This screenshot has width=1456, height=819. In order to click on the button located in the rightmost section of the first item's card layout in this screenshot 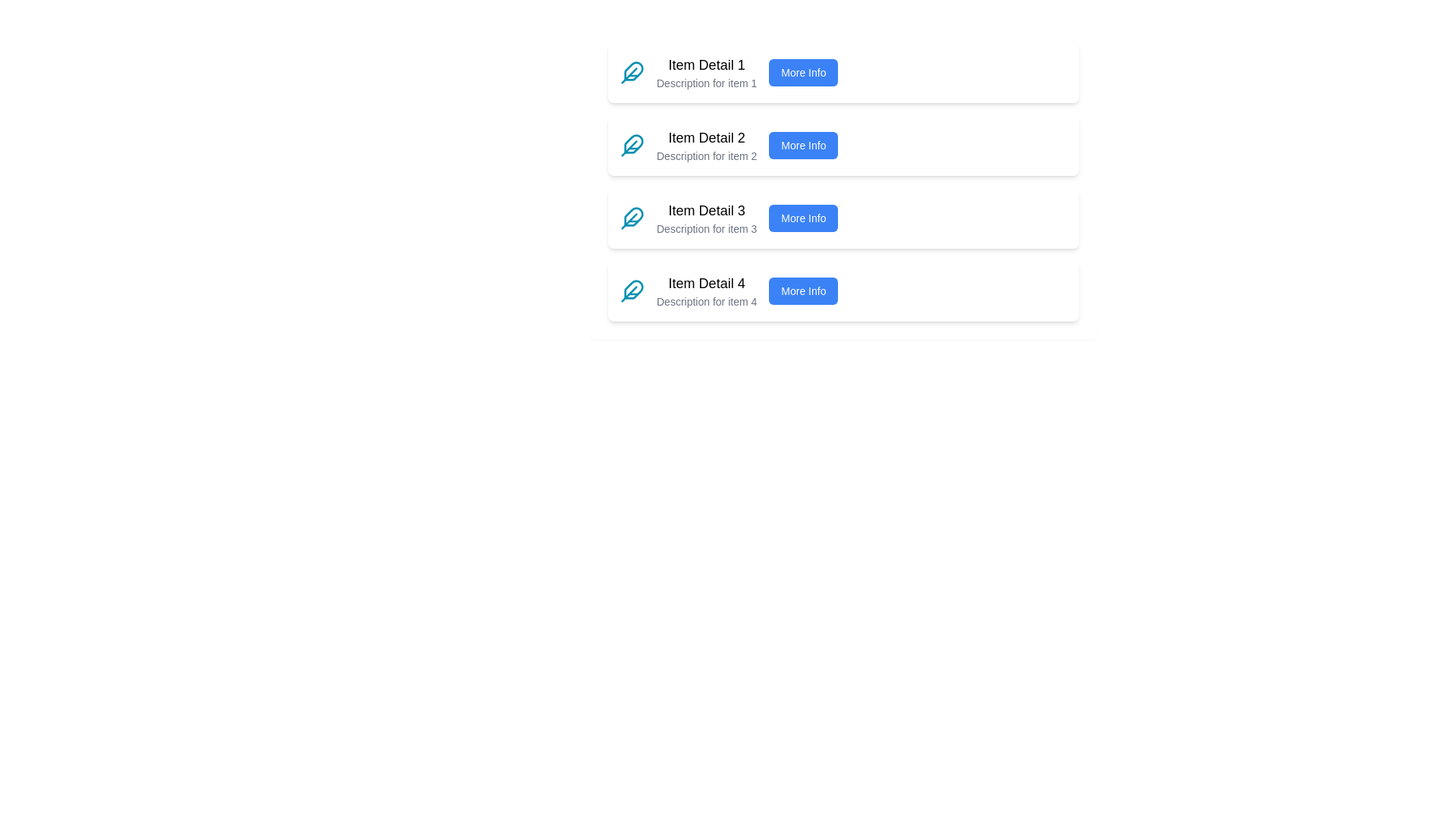, I will do `click(802, 73)`.